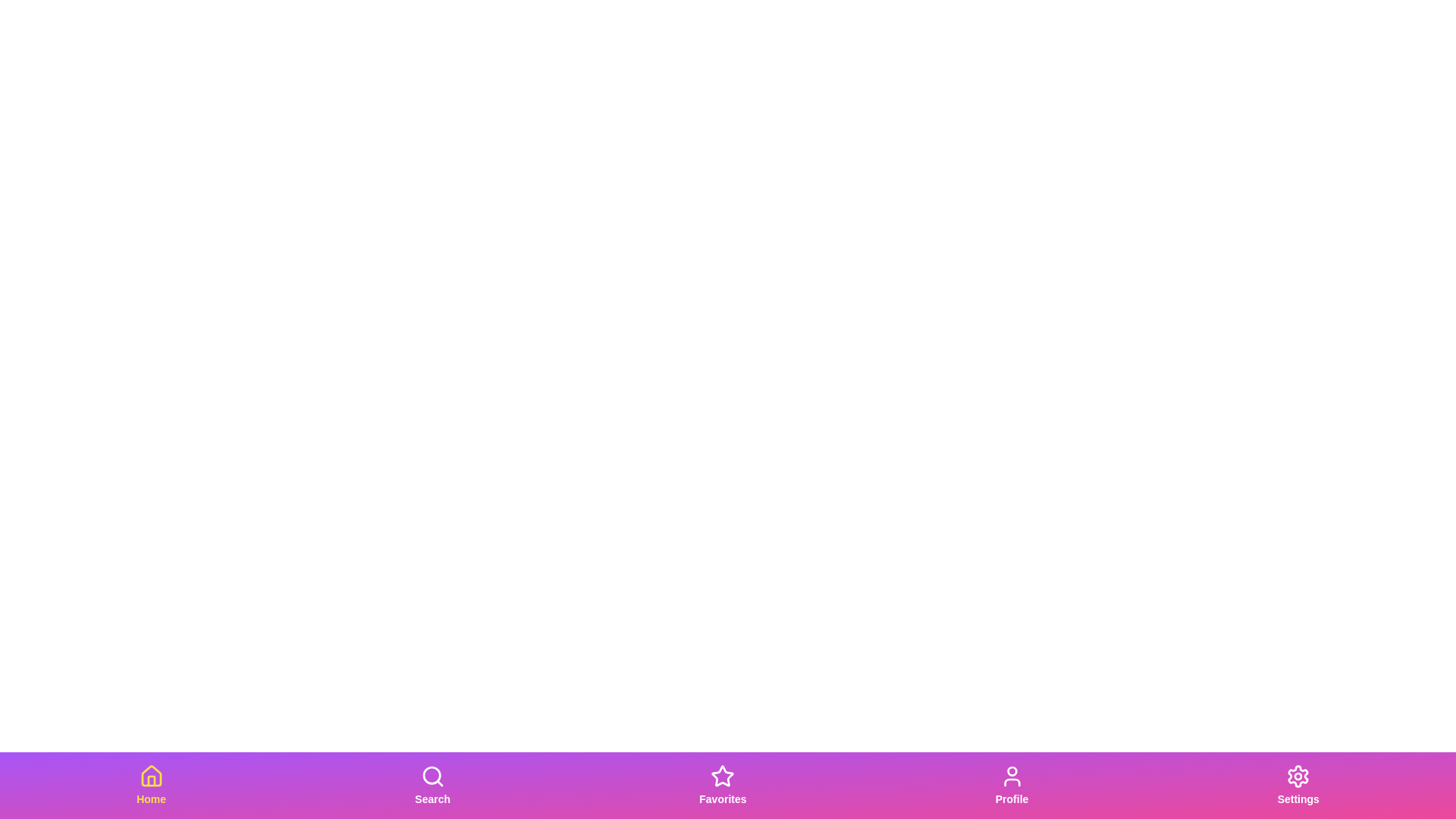 Image resolution: width=1456 pixels, height=819 pixels. I want to click on the Search tab in the bottom navigation bar, so click(431, 785).